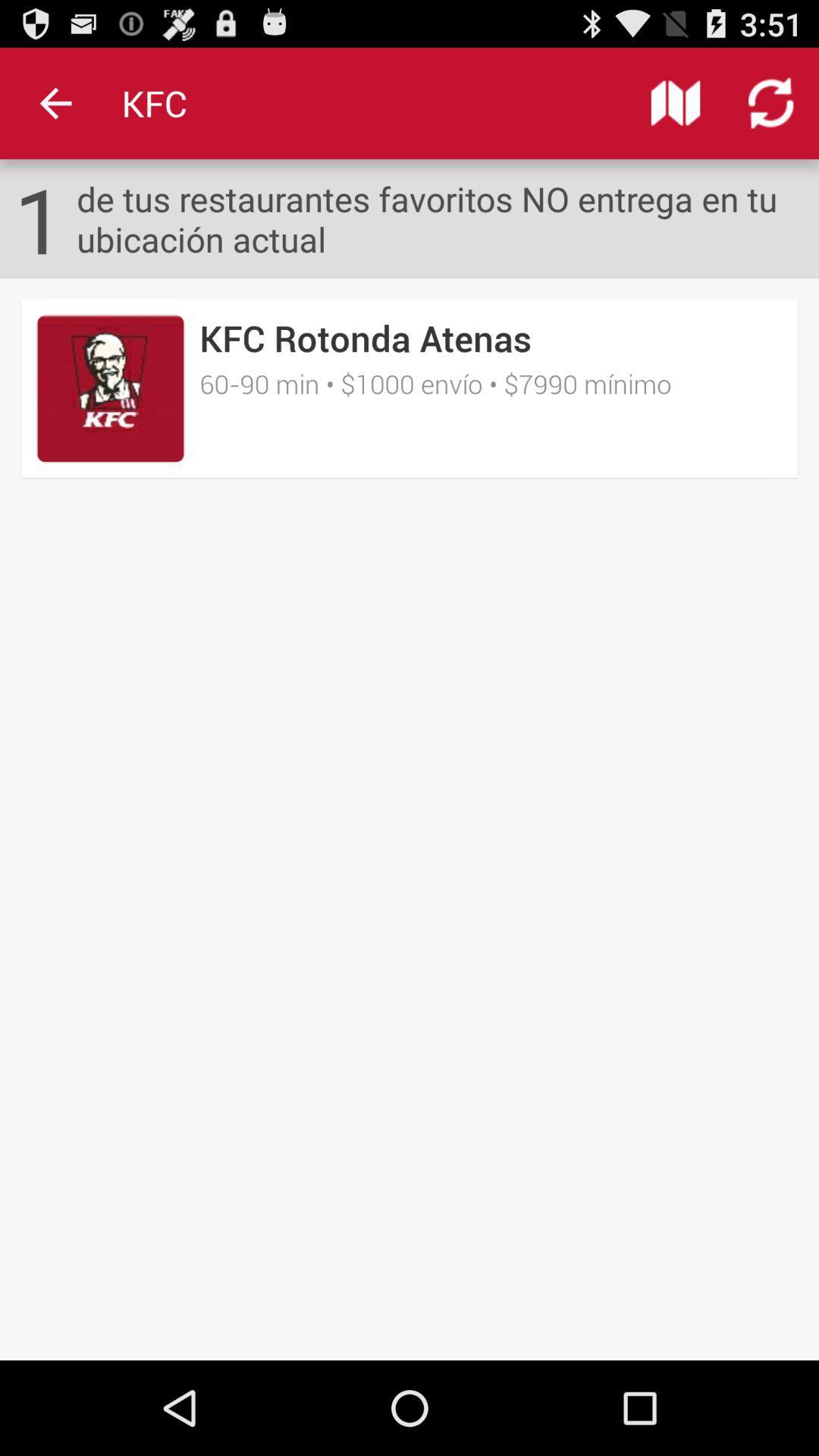 The image size is (819, 1456). Describe the element at coordinates (55, 102) in the screenshot. I see `item to the left of the kfc item` at that location.